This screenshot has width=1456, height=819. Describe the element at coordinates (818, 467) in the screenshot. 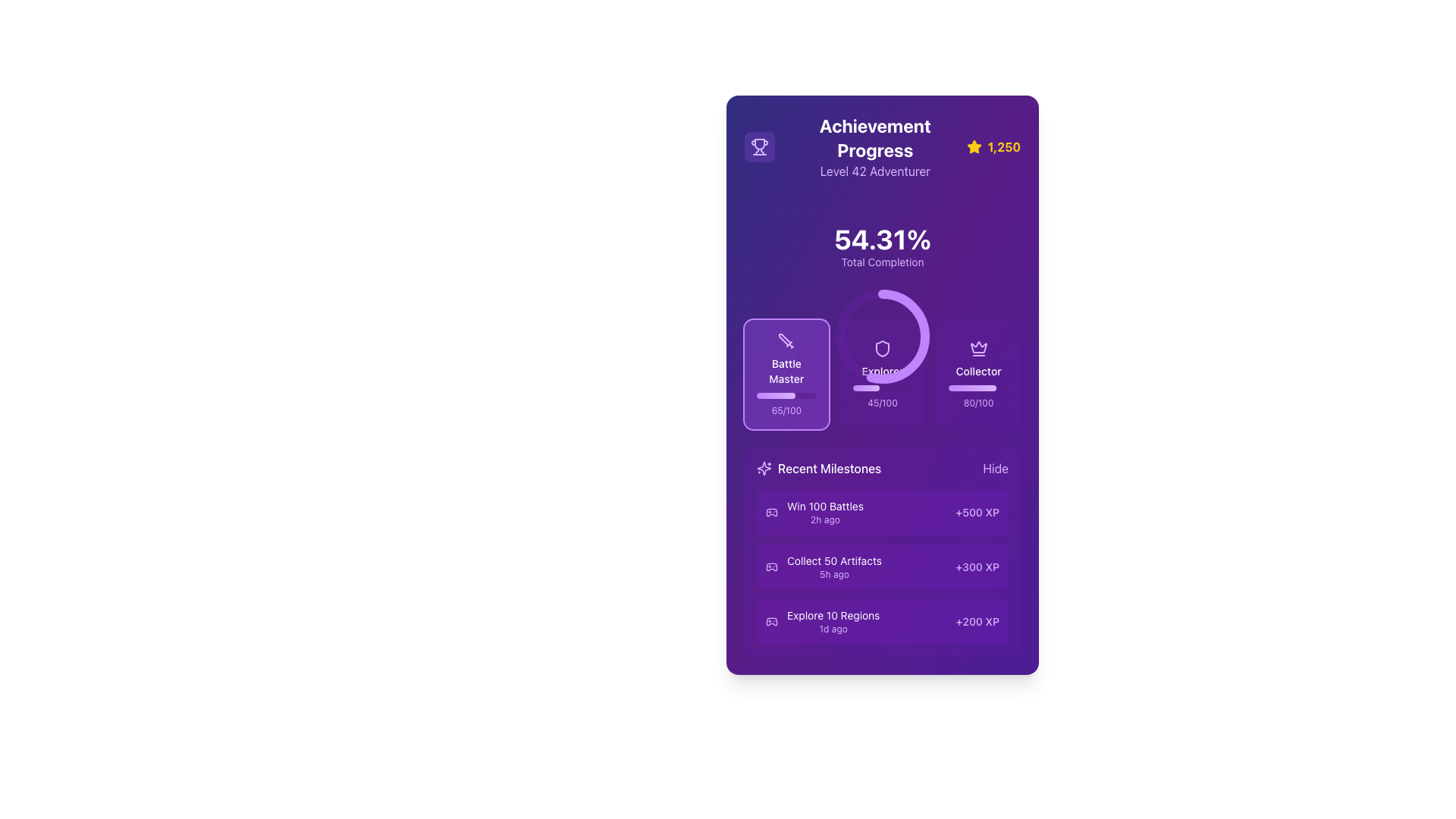

I see `text label 'Recent Milestones' accompanied by the sparkles icon, located in the upper-central area of the section header` at that location.